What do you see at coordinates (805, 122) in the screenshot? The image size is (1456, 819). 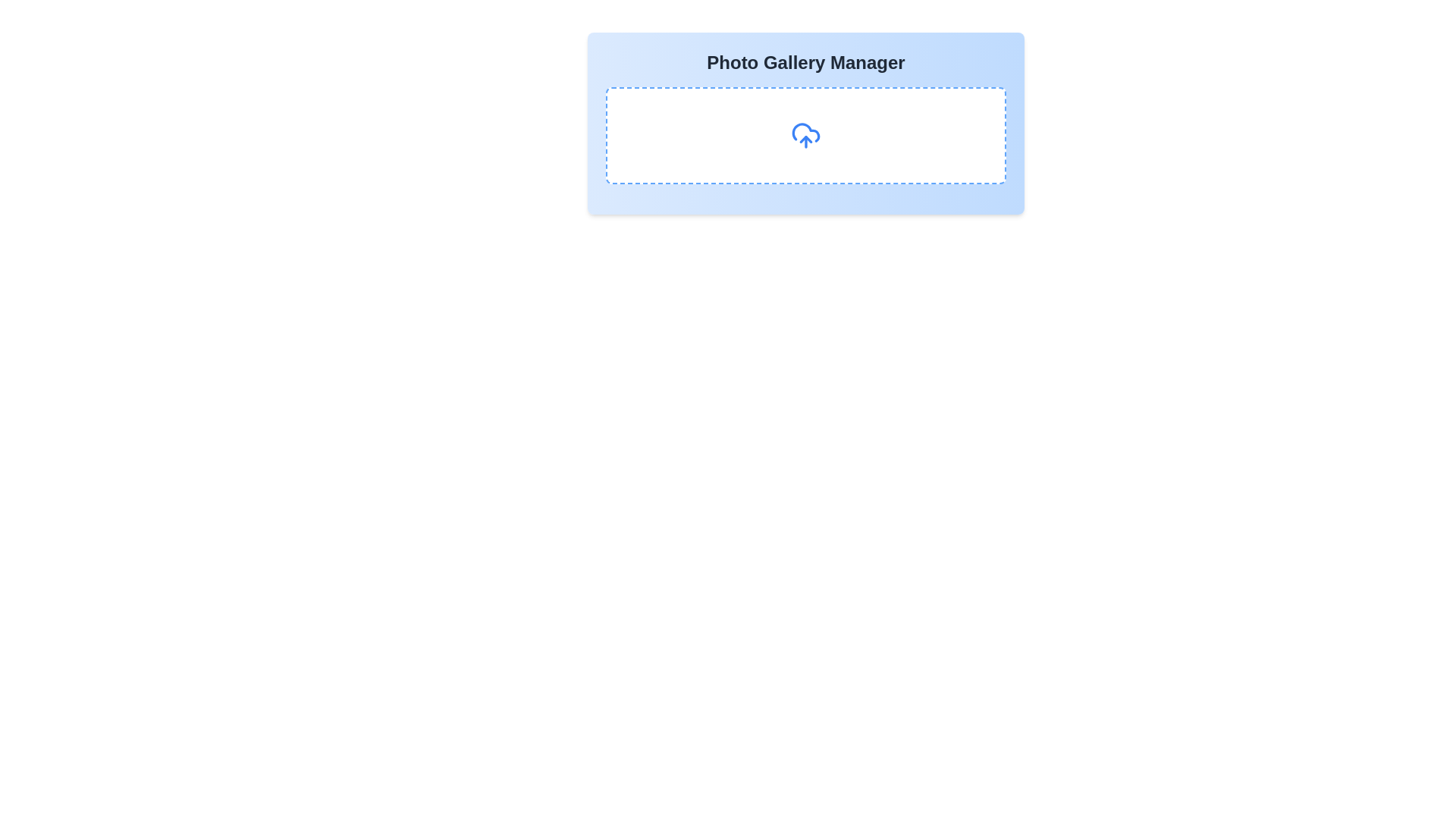 I see `the Informational banner titled 'Photo Gallery Manager' which features a gradient blue background and a dashed border with an upward arrow icon` at bounding box center [805, 122].